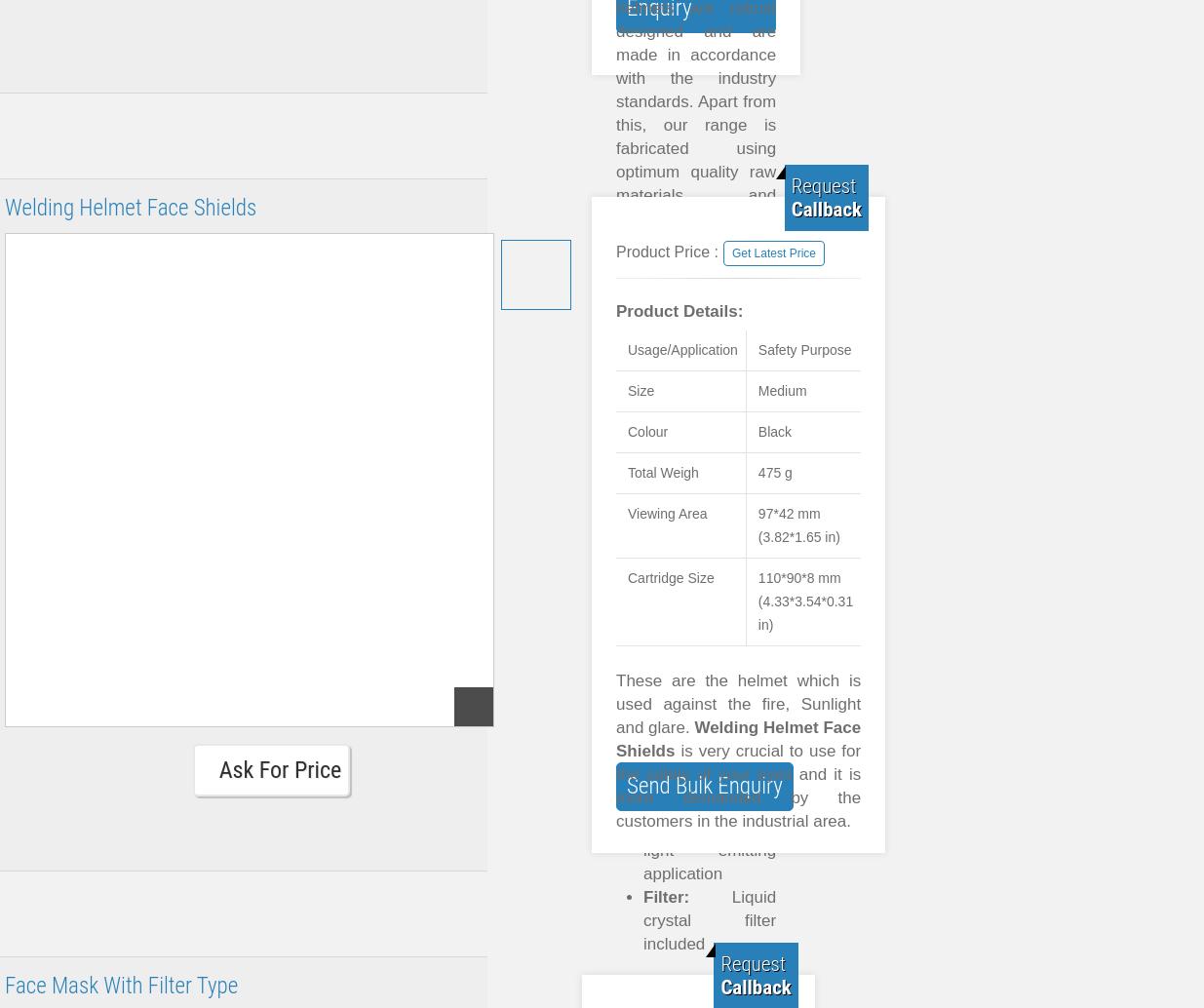  What do you see at coordinates (738, 785) in the screenshot?
I see `'is very crucial to use for the safety of your eyes and it is more demanded by the customers in the industrial area.'` at bounding box center [738, 785].